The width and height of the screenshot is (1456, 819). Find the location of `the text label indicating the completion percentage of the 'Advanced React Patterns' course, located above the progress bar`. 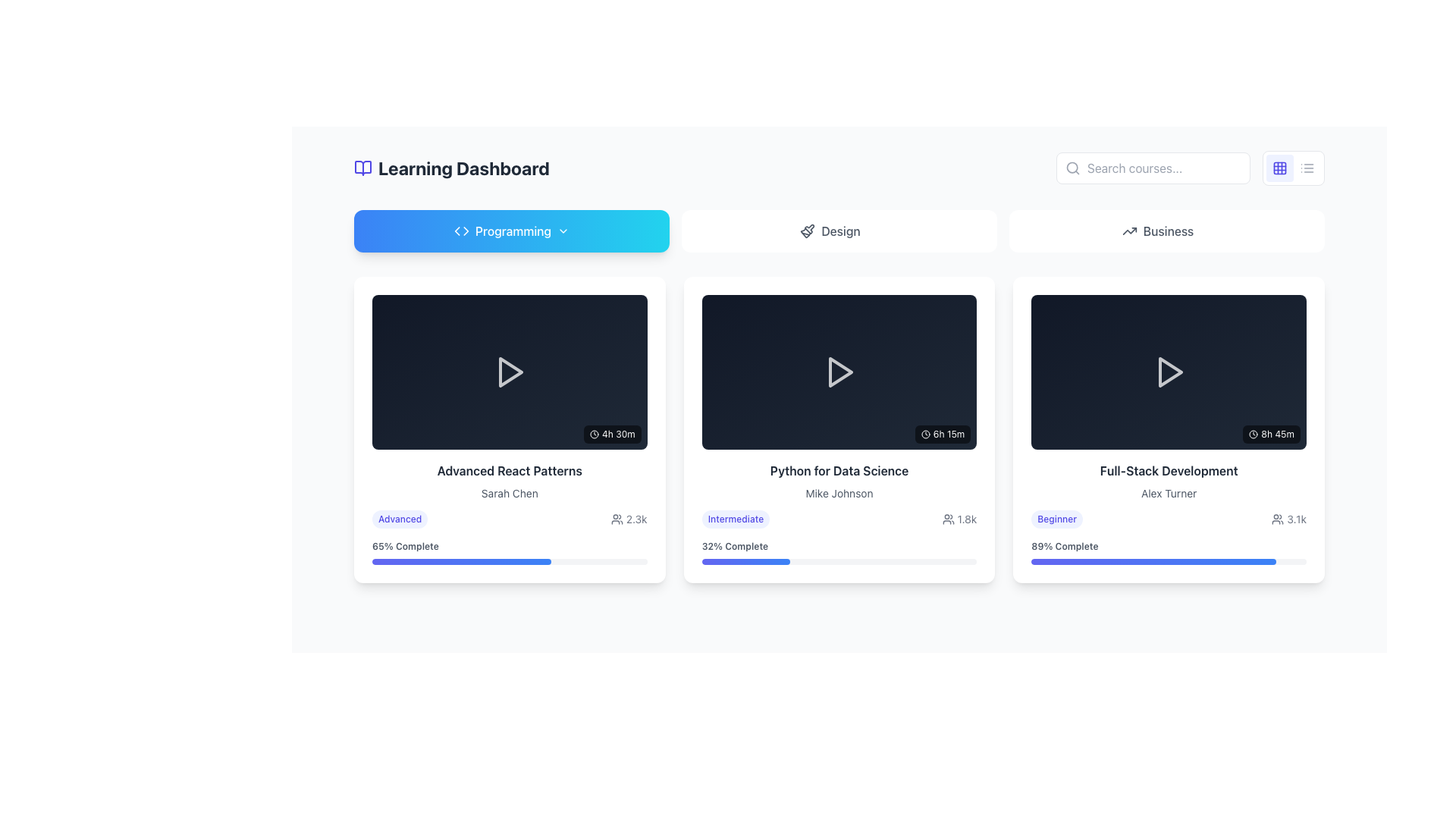

the text label indicating the completion percentage of the 'Advanced React Patterns' course, located above the progress bar is located at coordinates (405, 547).